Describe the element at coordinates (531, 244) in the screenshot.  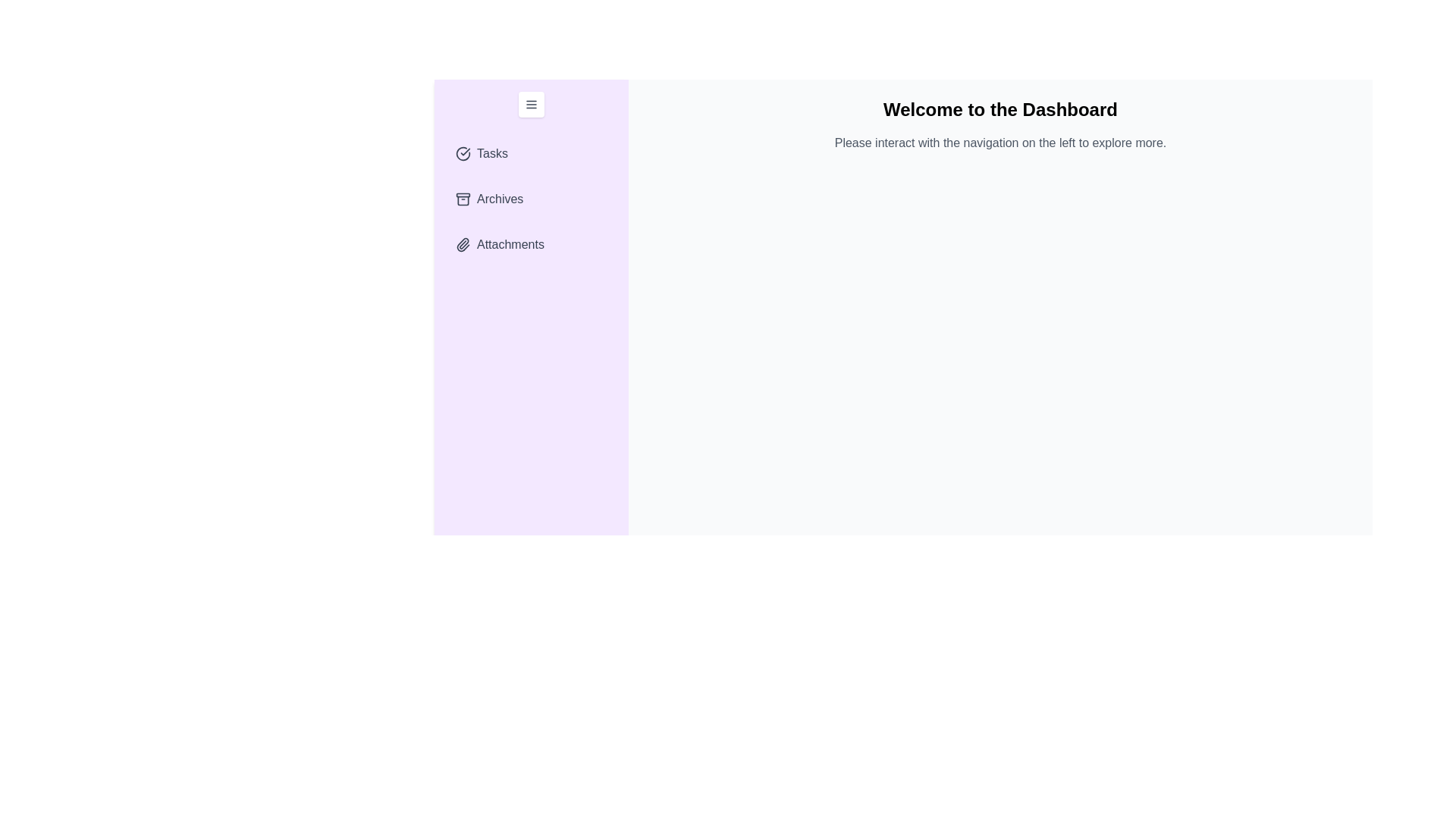
I see `the section Attachments in the drawer to expand it` at that location.